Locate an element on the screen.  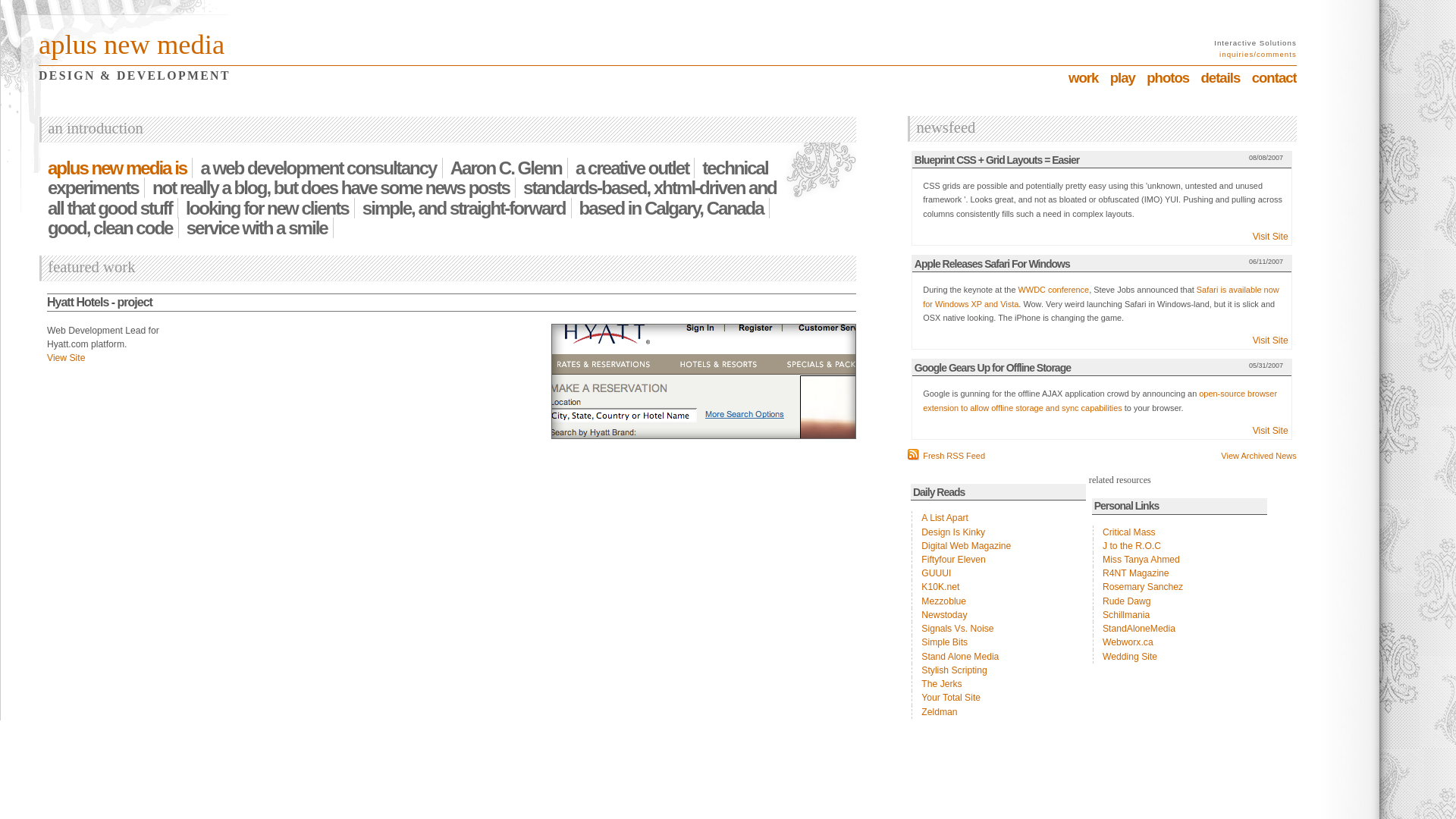
'work' is located at coordinates (1082, 77).